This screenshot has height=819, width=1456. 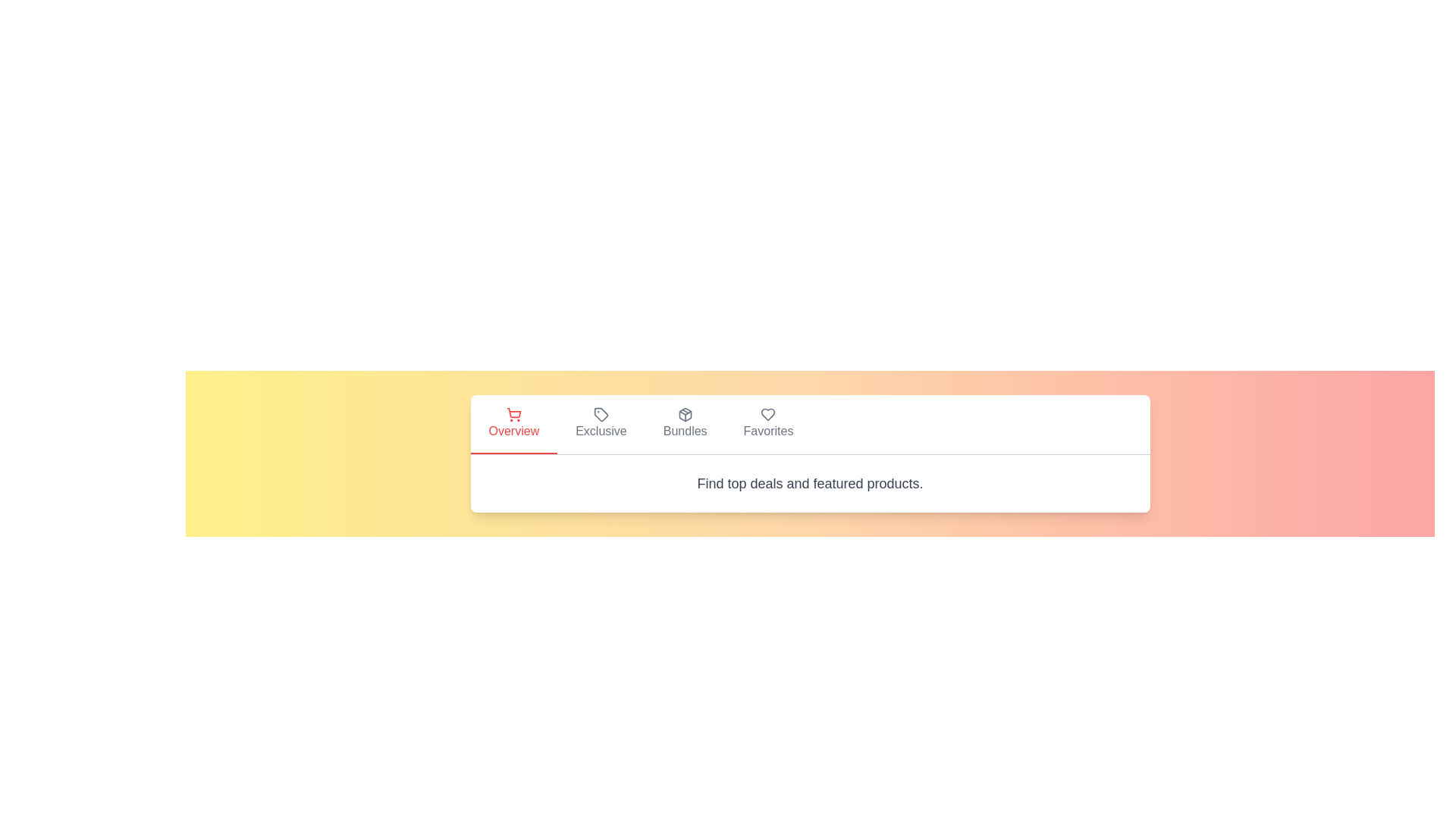 What do you see at coordinates (683, 424) in the screenshot?
I see `the tab labeled Bundles to observe visual feedback` at bounding box center [683, 424].